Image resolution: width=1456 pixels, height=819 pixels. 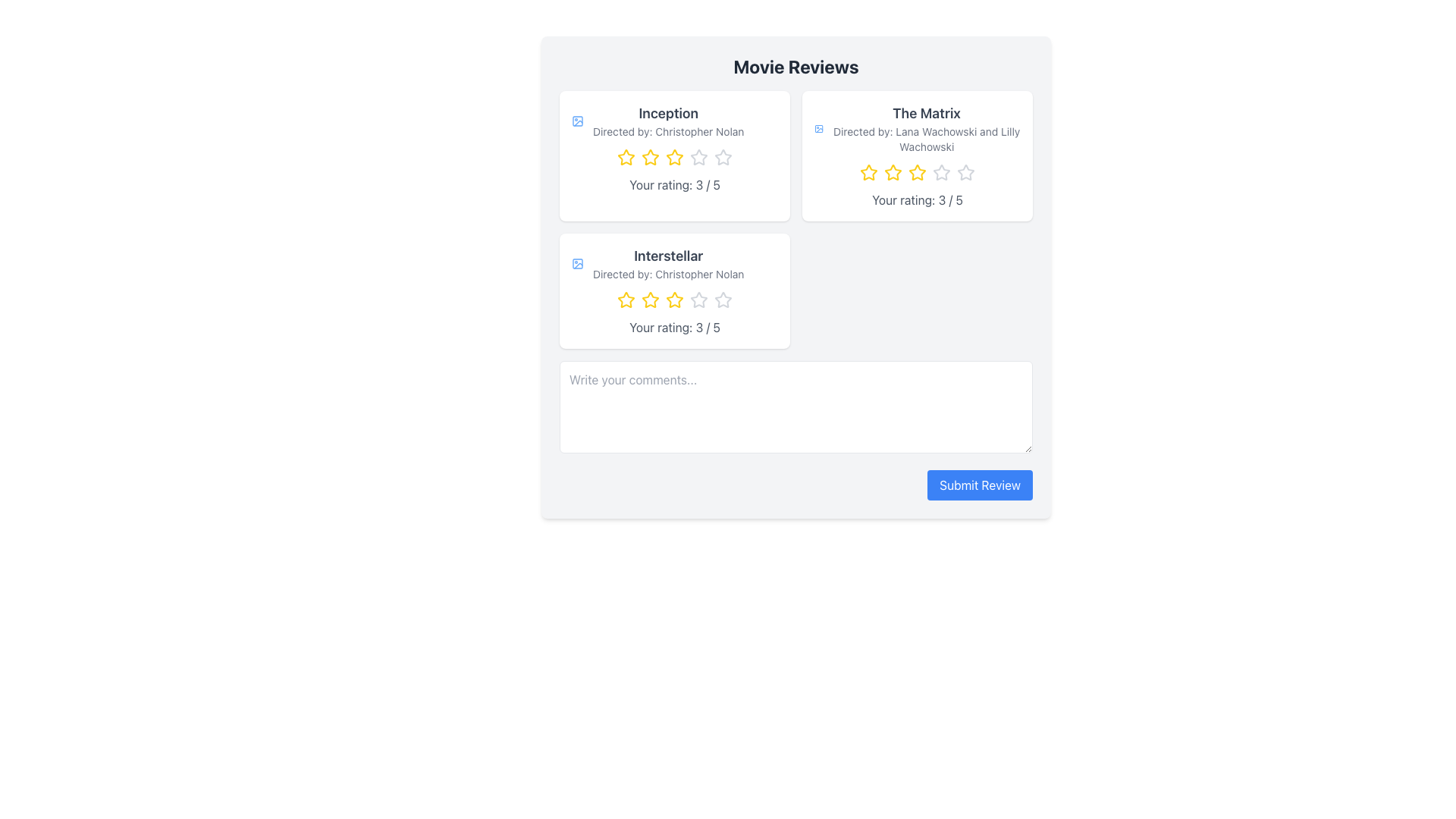 What do you see at coordinates (818, 127) in the screenshot?
I see `the rectangle element within the SVG icon that indicates media content, located in the top-left corner of the card labeled 'The Matrix'` at bounding box center [818, 127].